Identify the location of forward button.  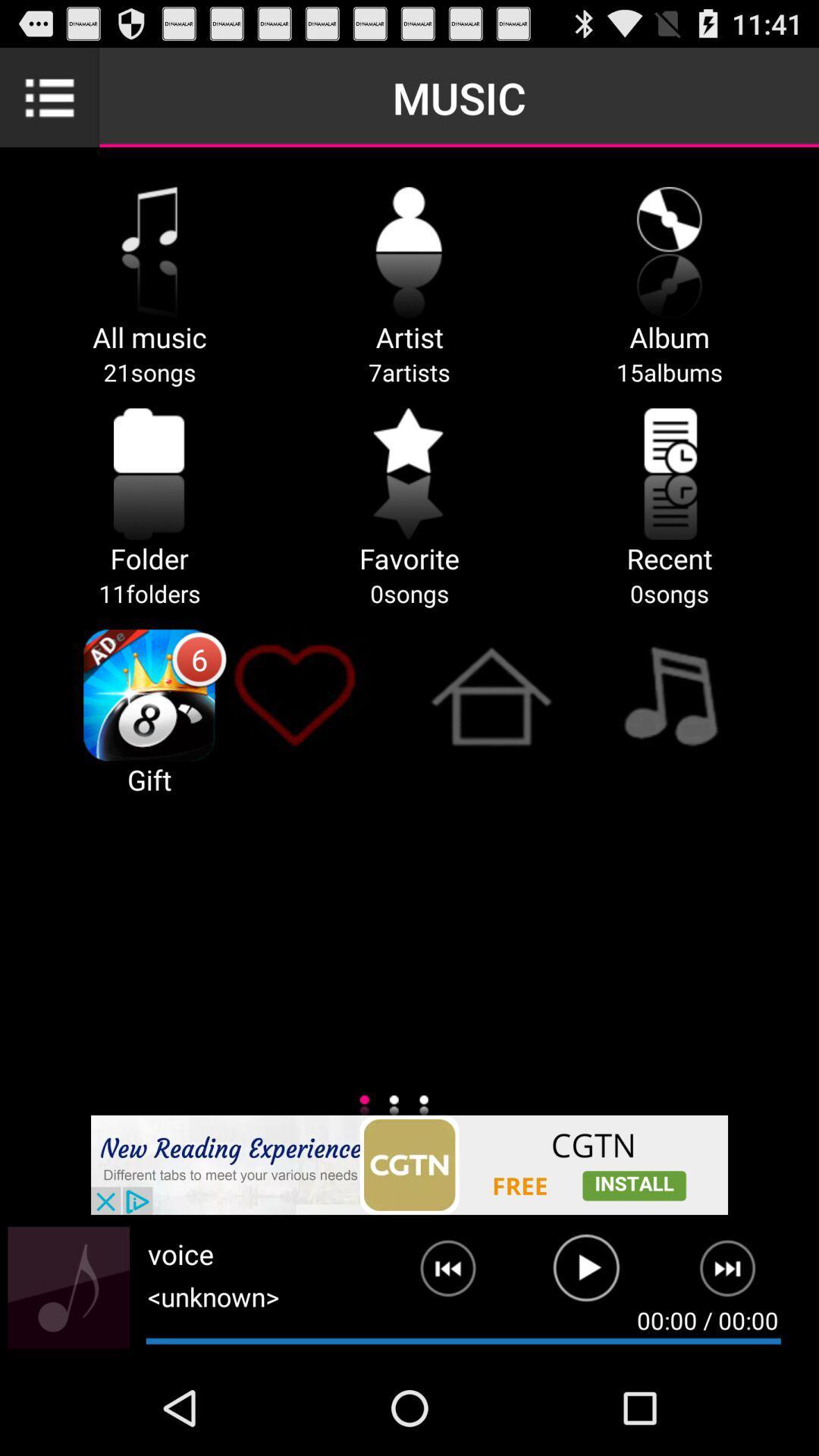
(736, 1274).